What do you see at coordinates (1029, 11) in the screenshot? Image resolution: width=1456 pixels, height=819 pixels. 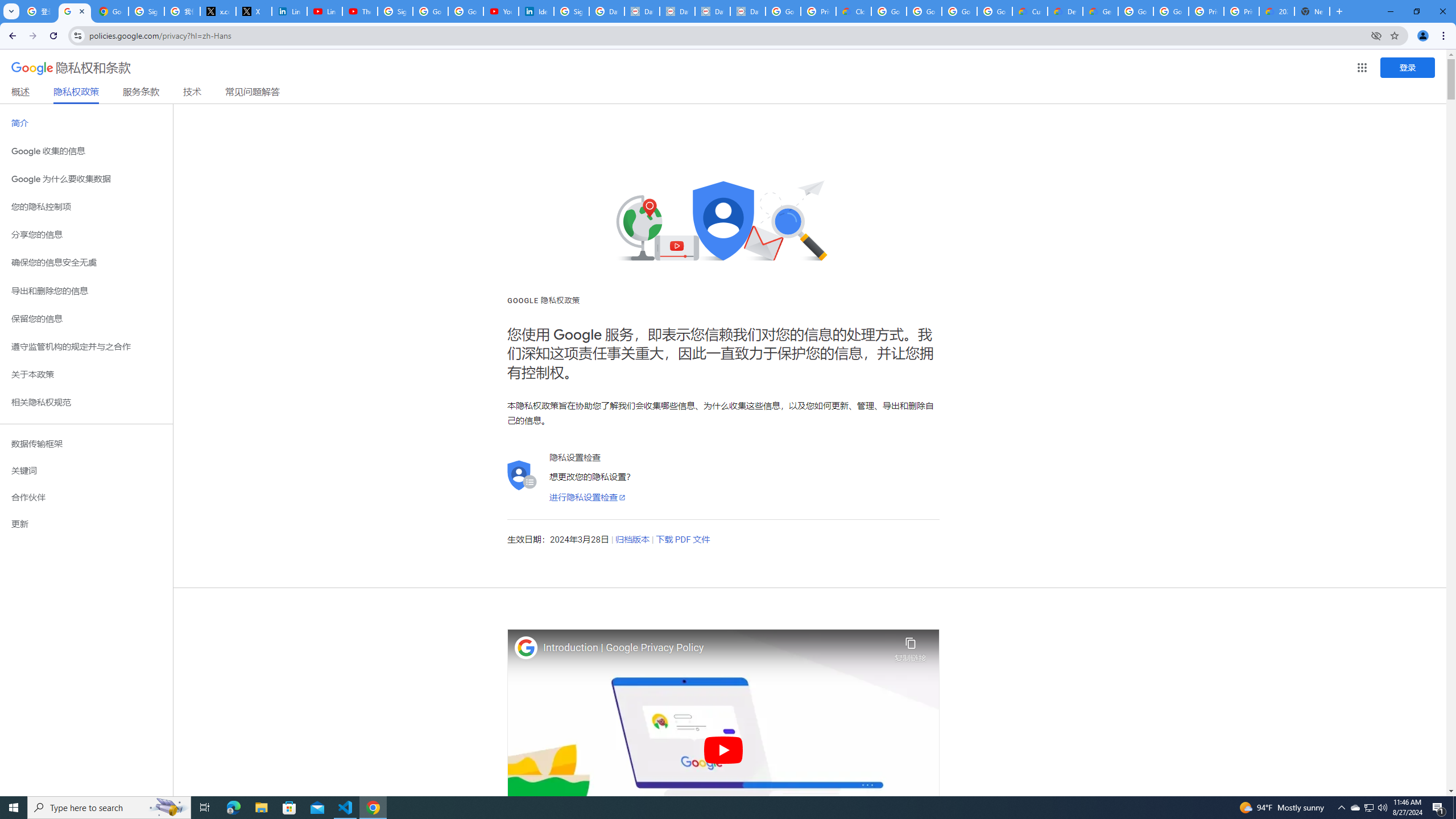 I see `'Customer Care | Google Cloud'` at bounding box center [1029, 11].